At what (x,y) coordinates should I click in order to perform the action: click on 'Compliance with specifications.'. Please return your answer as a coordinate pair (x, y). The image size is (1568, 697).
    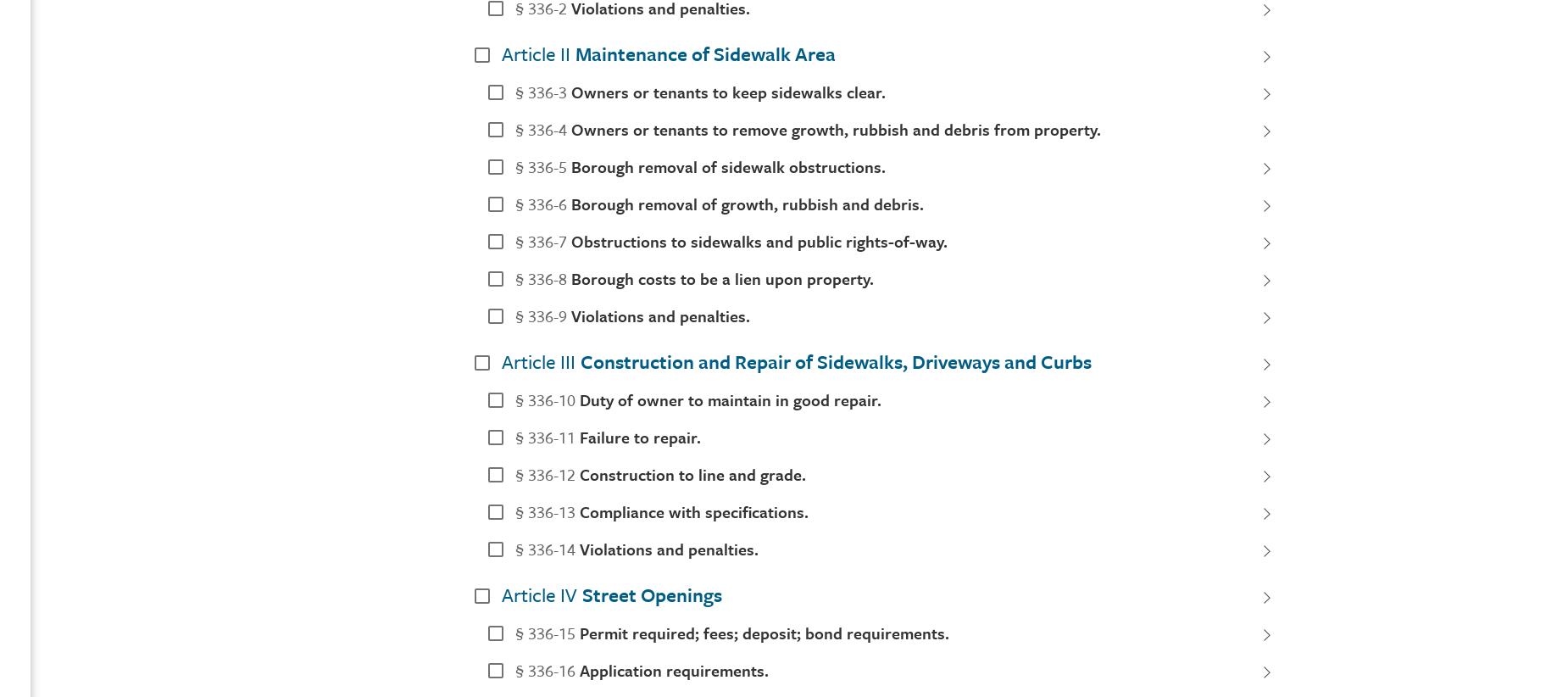
    Looking at the image, I should click on (579, 510).